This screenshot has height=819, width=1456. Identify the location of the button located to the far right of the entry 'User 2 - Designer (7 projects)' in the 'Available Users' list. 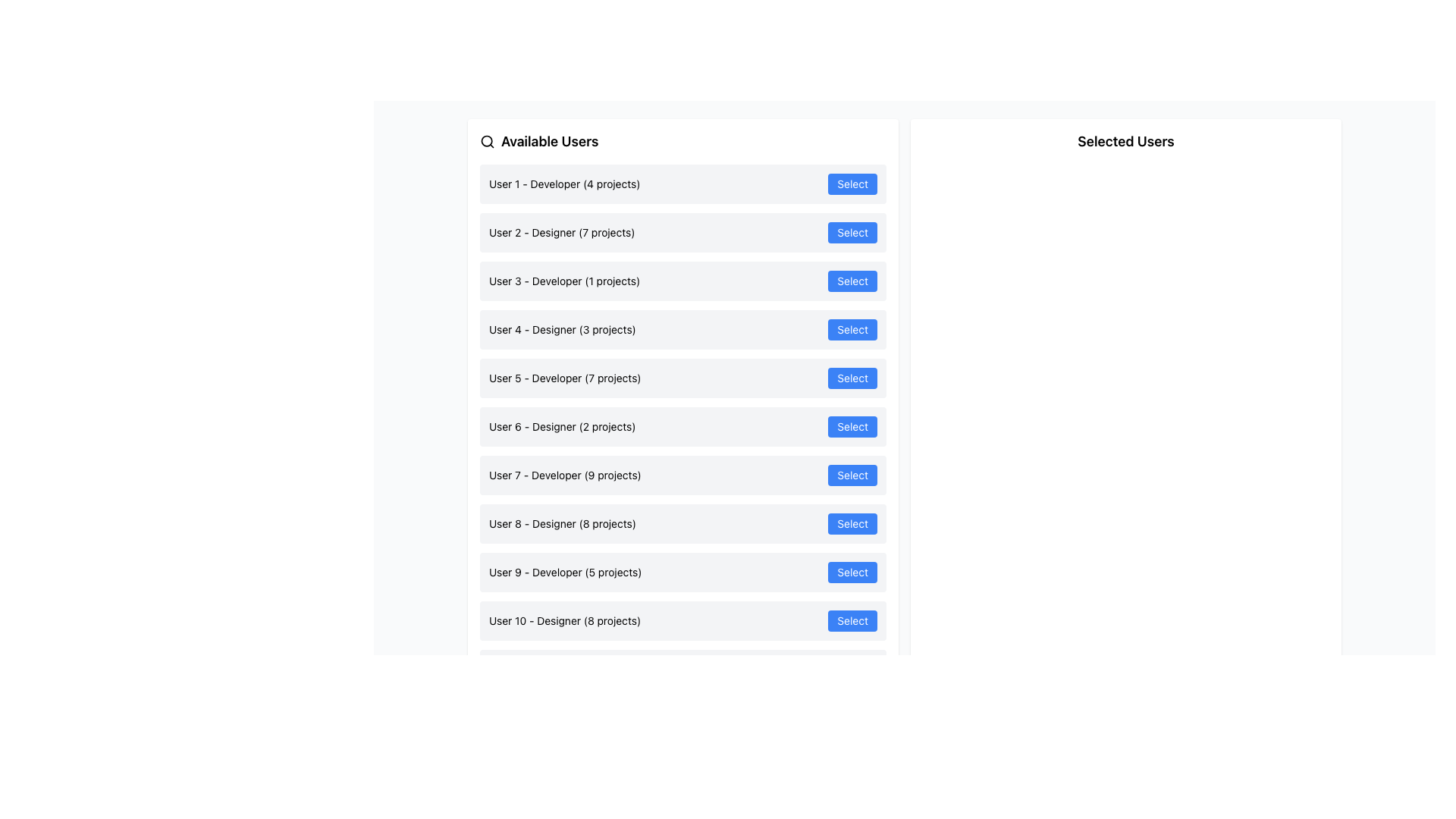
(852, 233).